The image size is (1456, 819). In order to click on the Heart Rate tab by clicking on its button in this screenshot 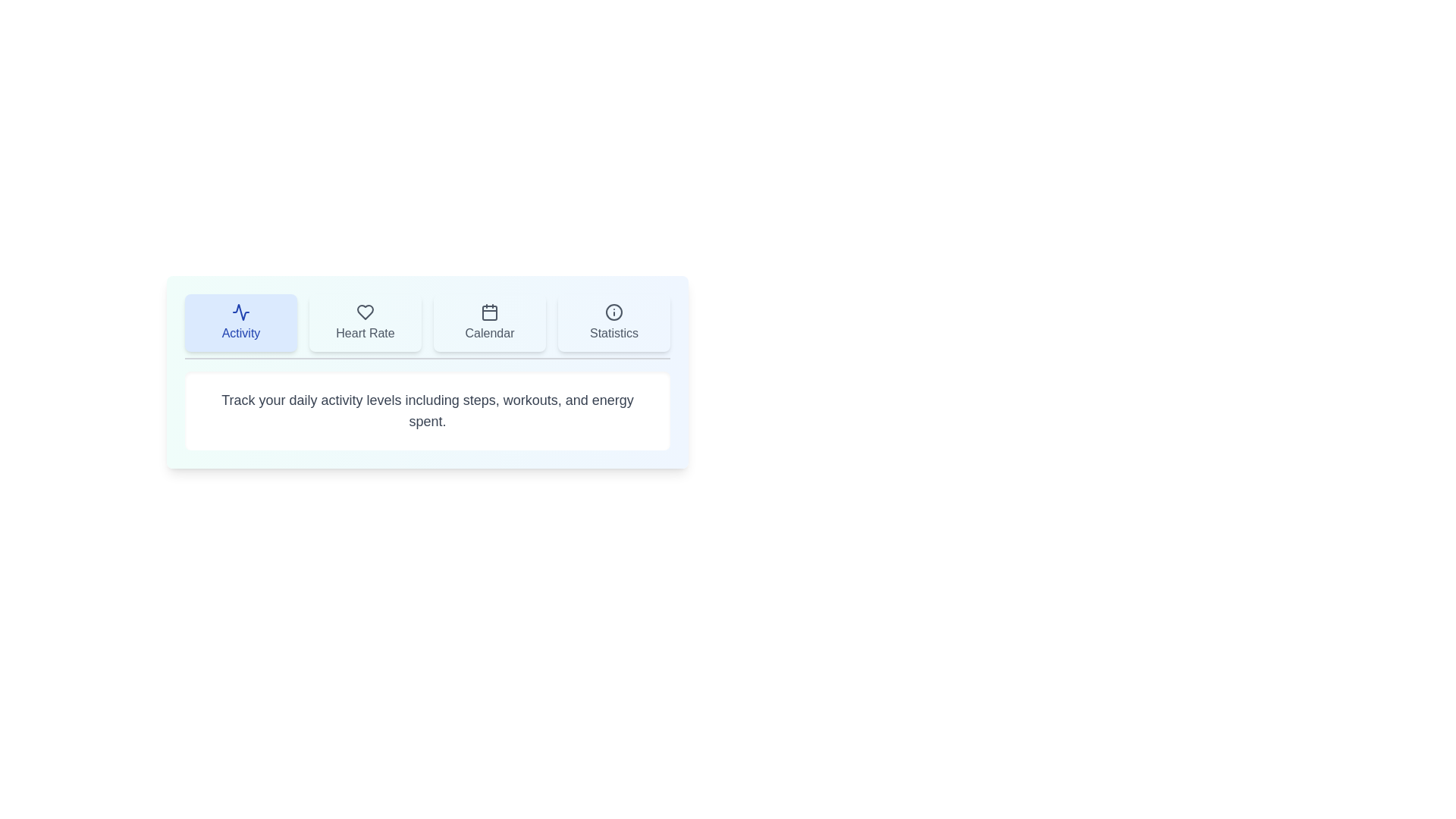, I will do `click(365, 322)`.